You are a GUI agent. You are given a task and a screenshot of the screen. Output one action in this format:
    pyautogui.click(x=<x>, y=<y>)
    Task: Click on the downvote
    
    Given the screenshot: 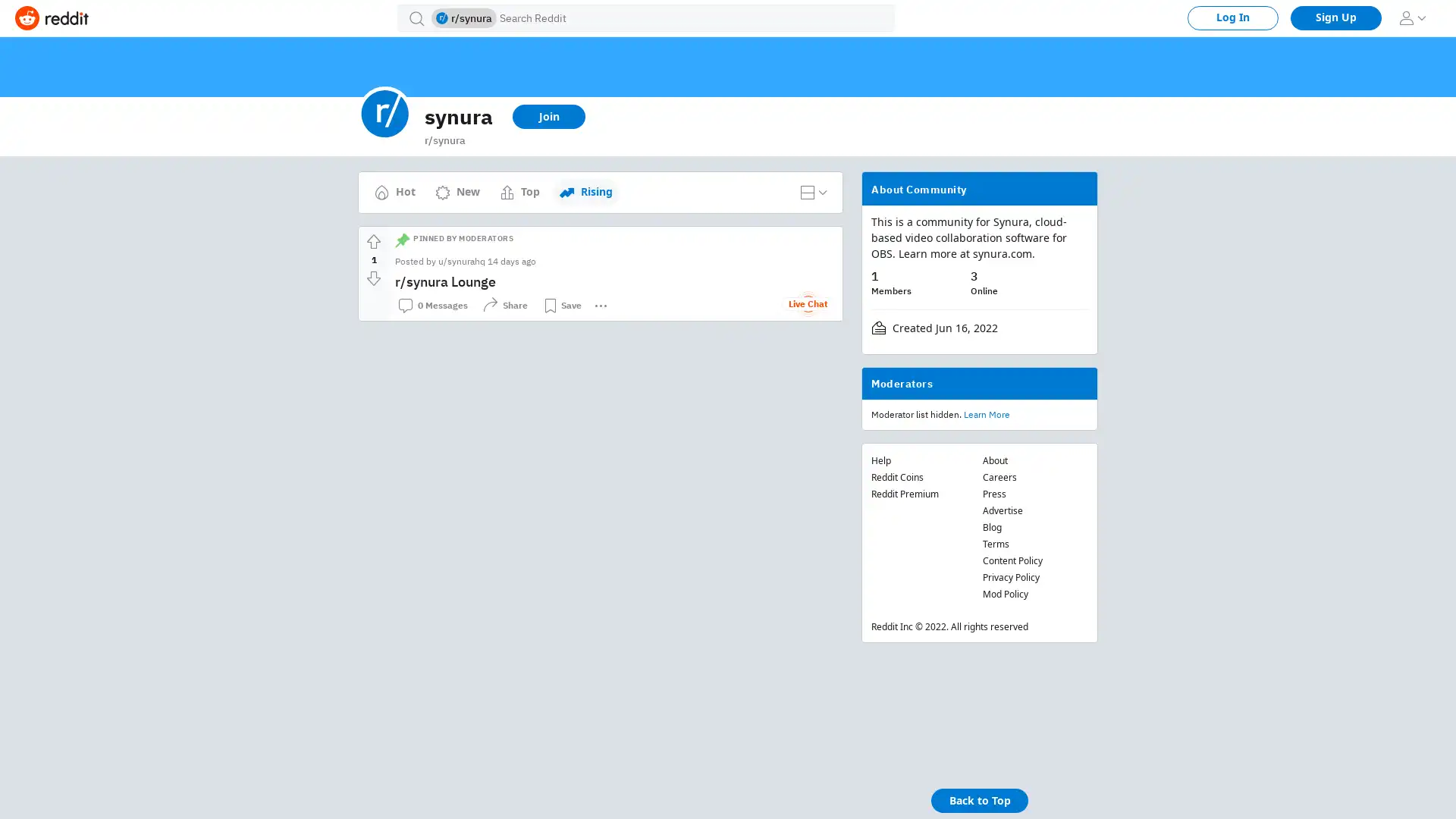 What is the action you would take?
    pyautogui.click(x=374, y=278)
    